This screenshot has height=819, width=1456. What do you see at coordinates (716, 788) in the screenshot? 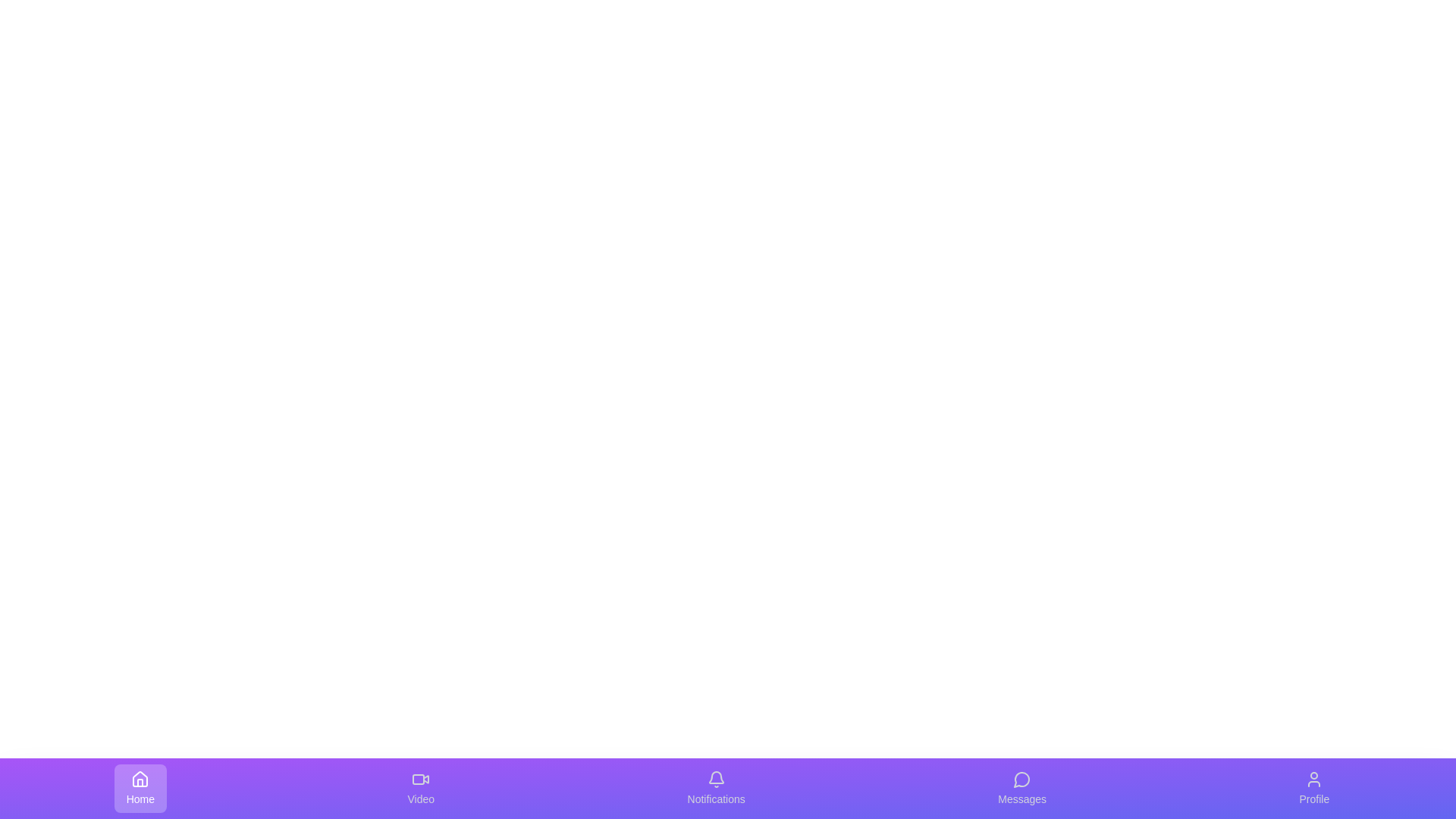
I see `the icon for Notifications to trigger visual feedback` at bounding box center [716, 788].